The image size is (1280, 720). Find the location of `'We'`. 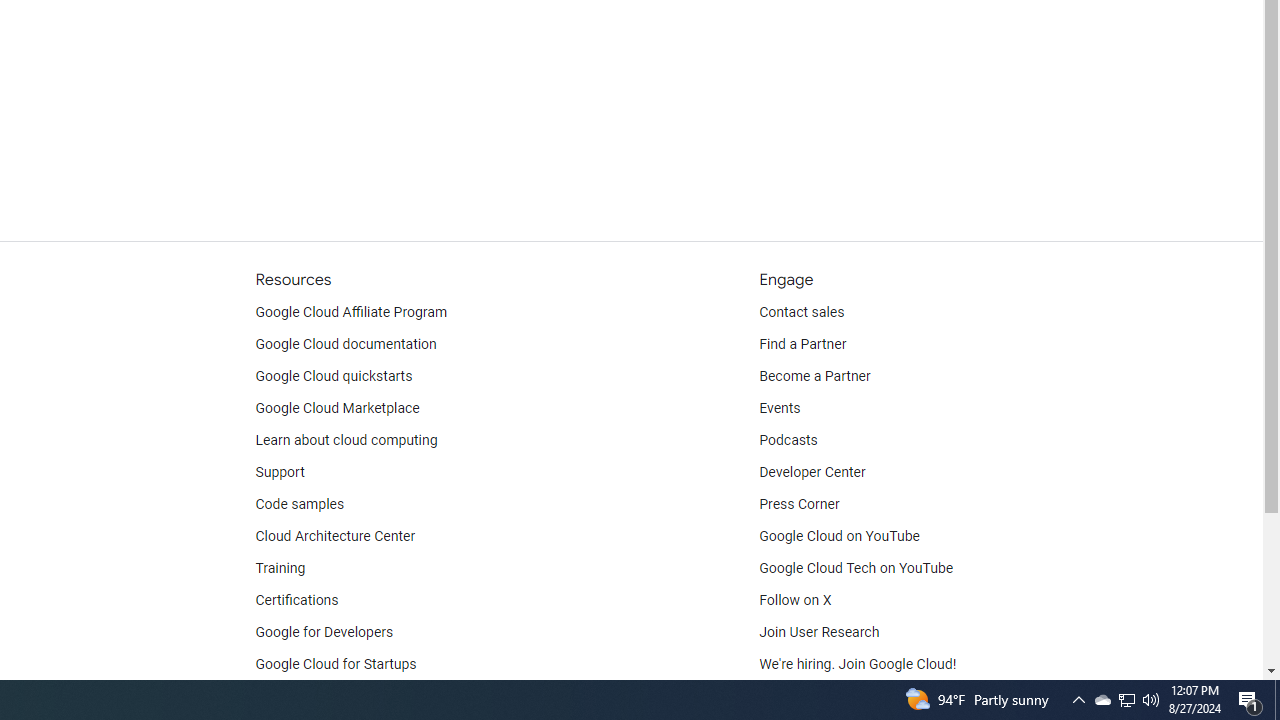

'We' is located at coordinates (858, 664).